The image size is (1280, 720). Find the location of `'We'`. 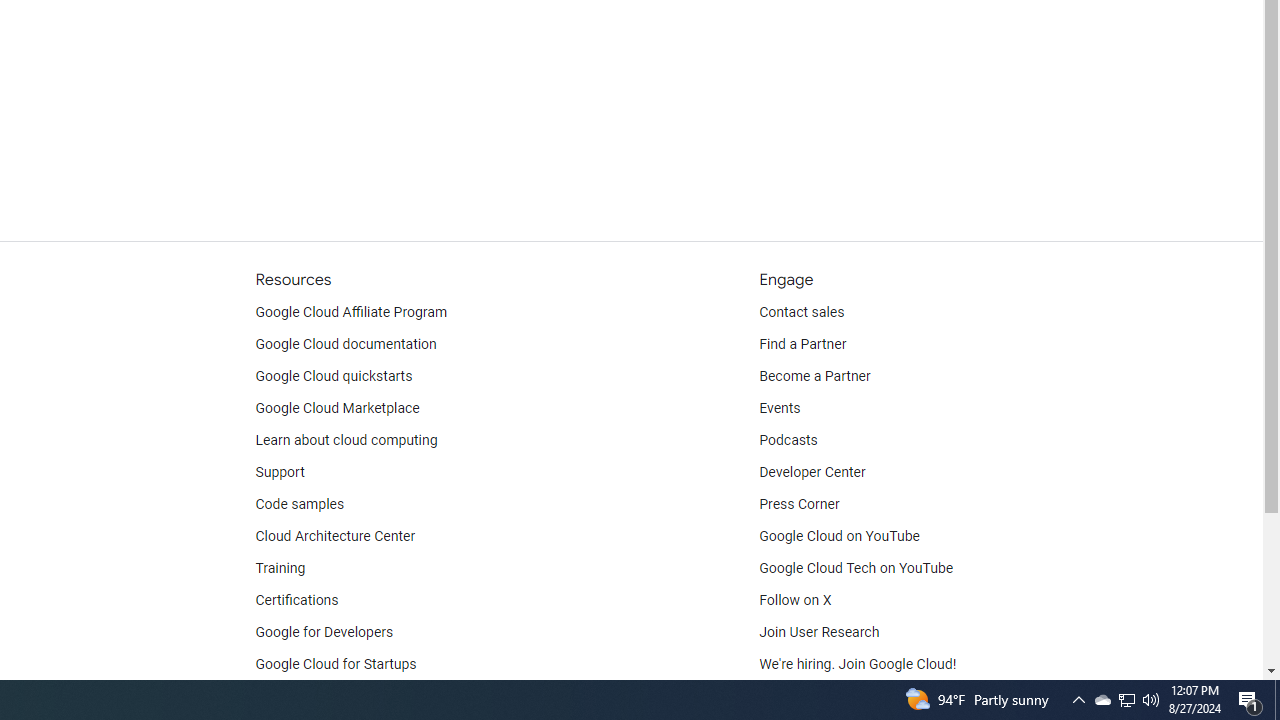

'We' is located at coordinates (858, 664).